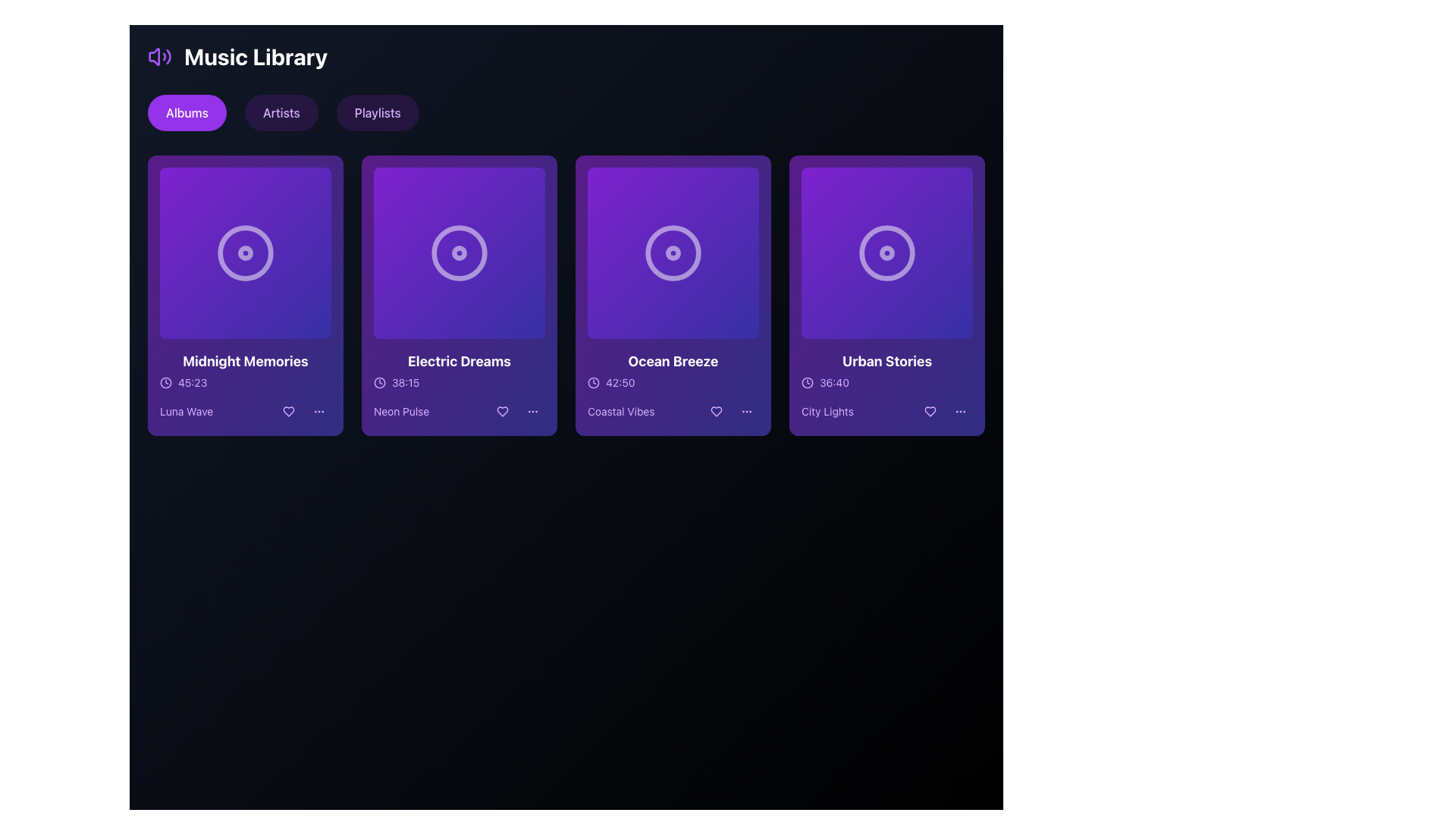  I want to click on the triangular play icon styled in white color on a circular purple background located in the 'Electric Dreams' album card, so click(458, 253).